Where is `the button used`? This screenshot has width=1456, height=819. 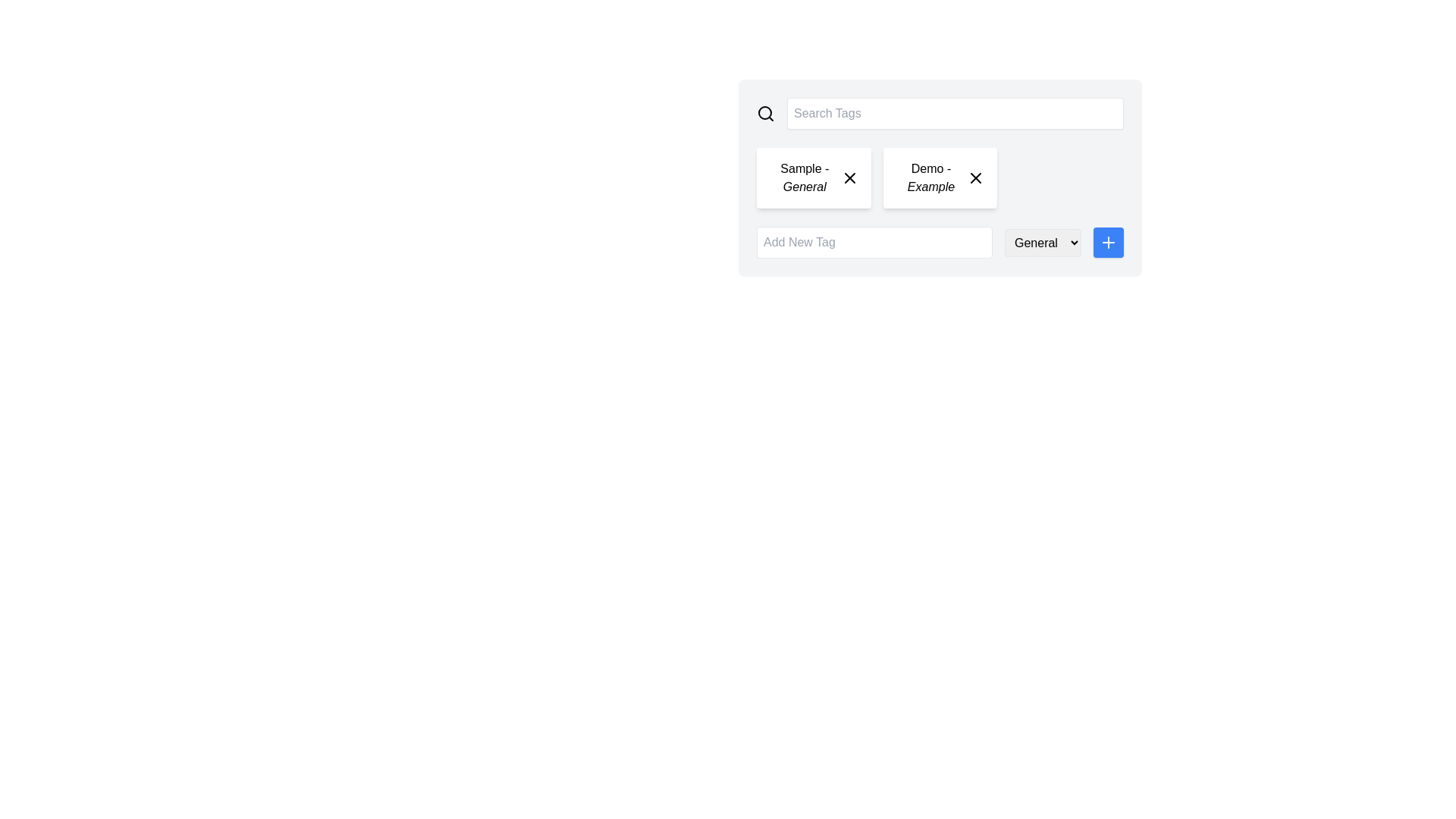 the button used is located at coordinates (1109, 242).